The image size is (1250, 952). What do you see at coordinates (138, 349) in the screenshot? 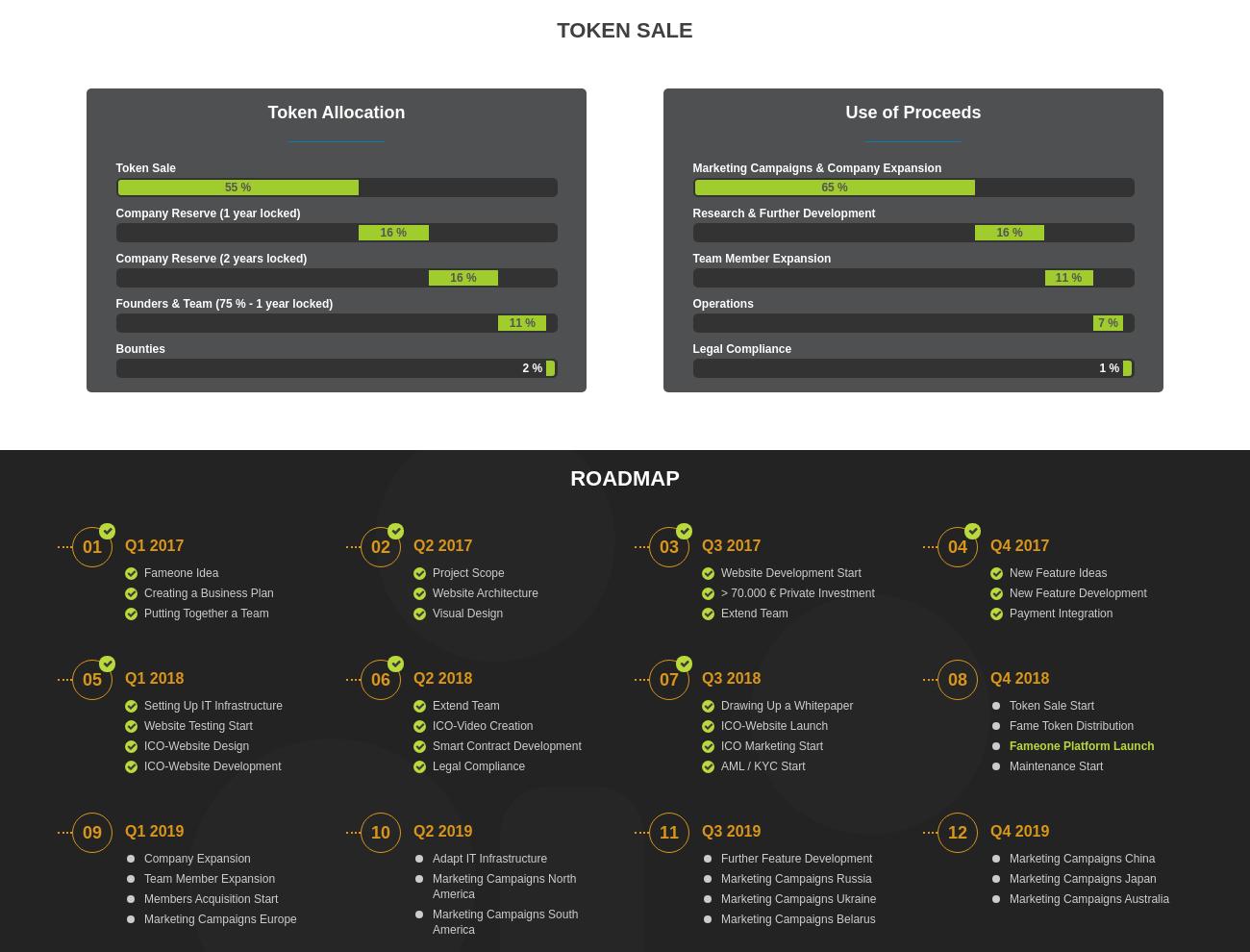
I see `'Bounties'` at bounding box center [138, 349].